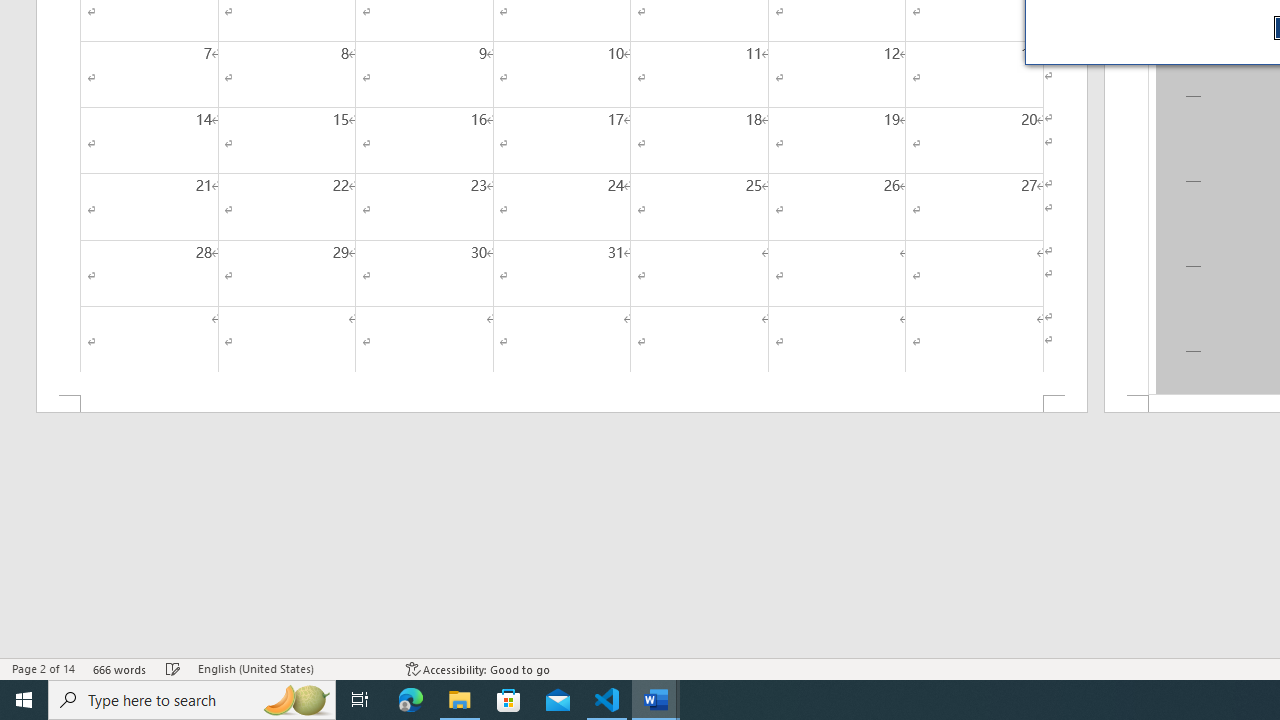  Describe the element at coordinates (291, 669) in the screenshot. I see `'Language English (United States)'` at that location.